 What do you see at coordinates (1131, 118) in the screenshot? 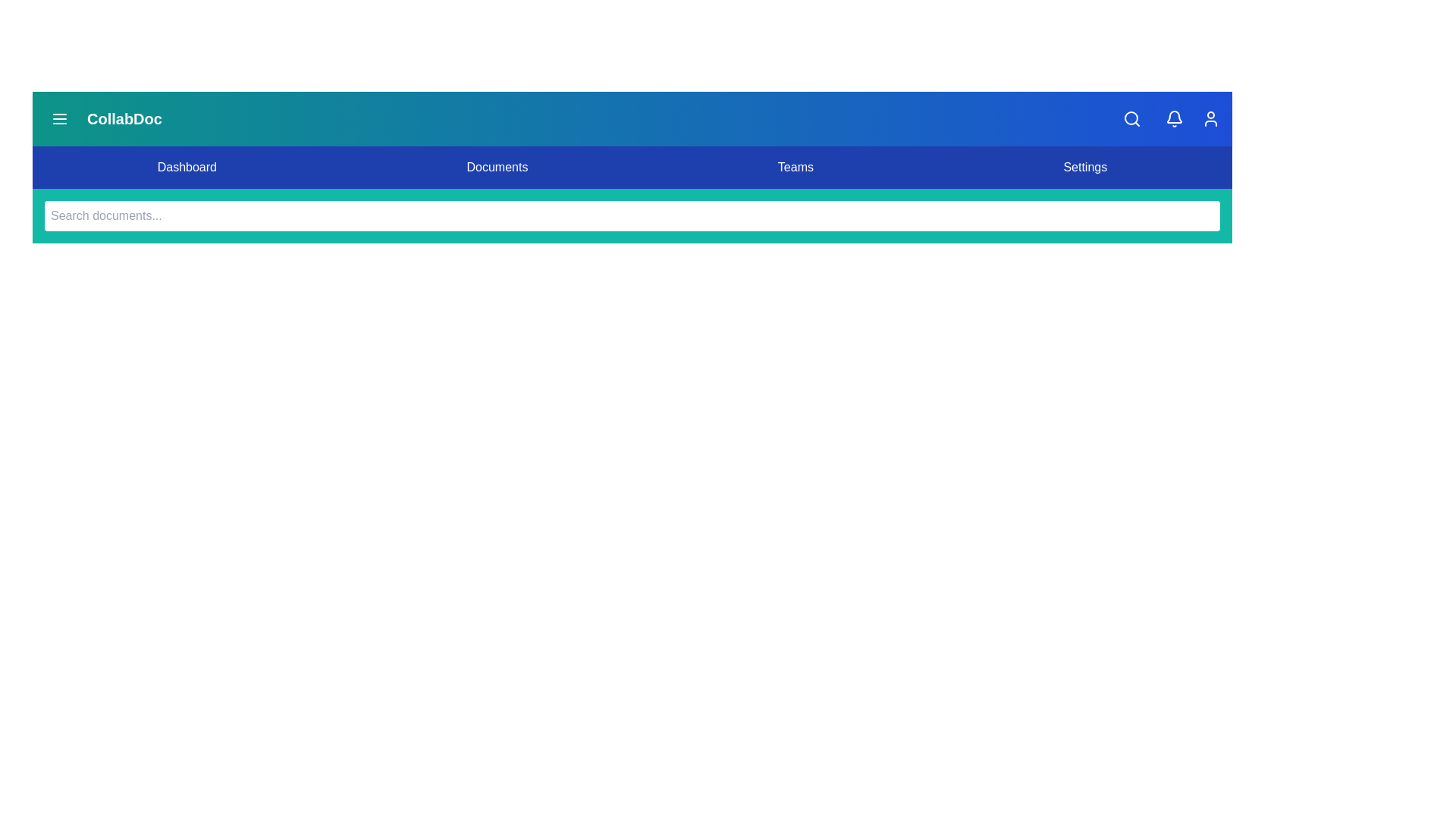
I see `the search_button to view its hover effect` at bounding box center [1131, 118].